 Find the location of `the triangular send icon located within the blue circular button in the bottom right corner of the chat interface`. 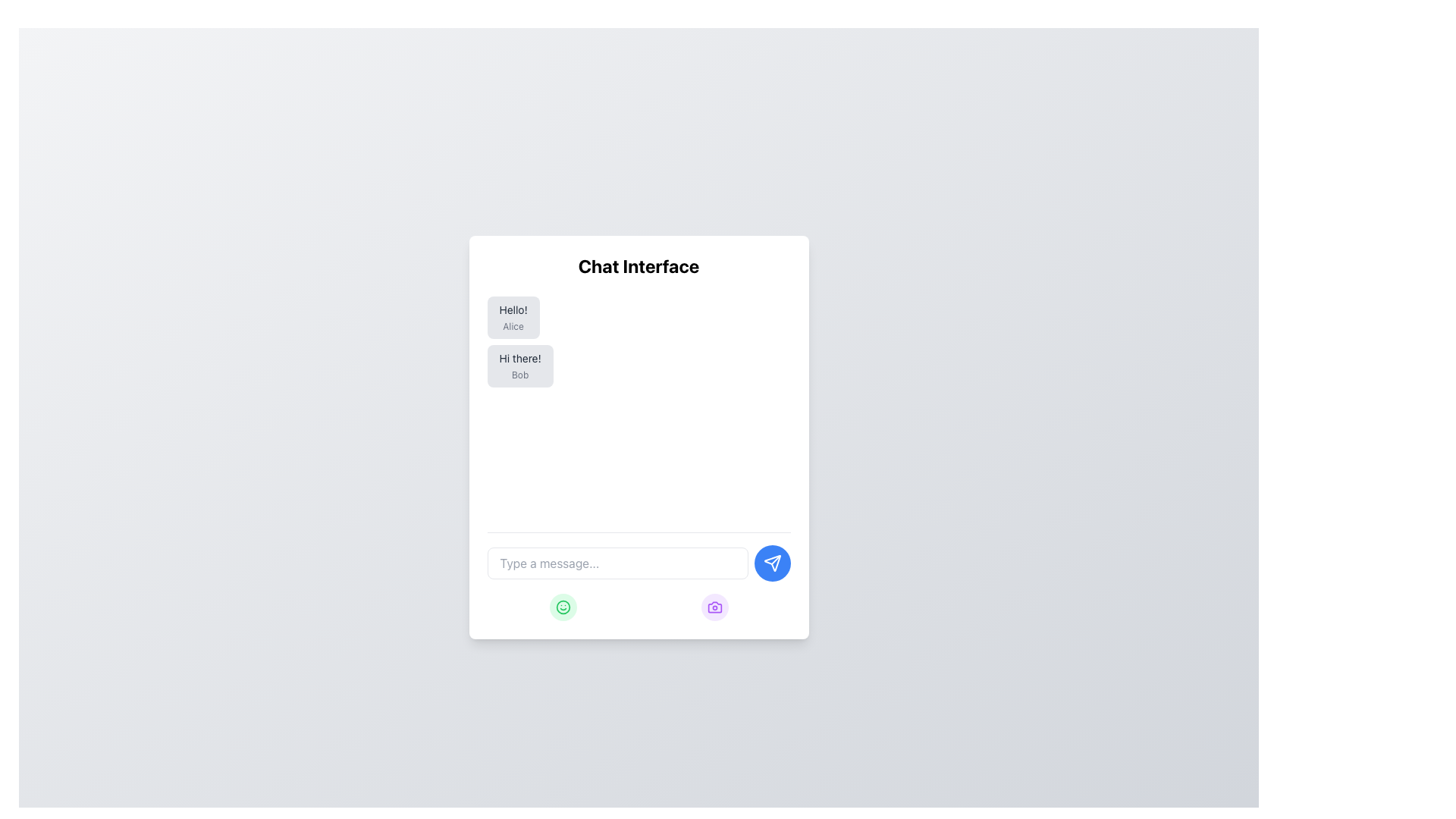

the triangular send icon located within the blue circular button in the bottom right corner of the chat interface is located at coordinates (772, 563).